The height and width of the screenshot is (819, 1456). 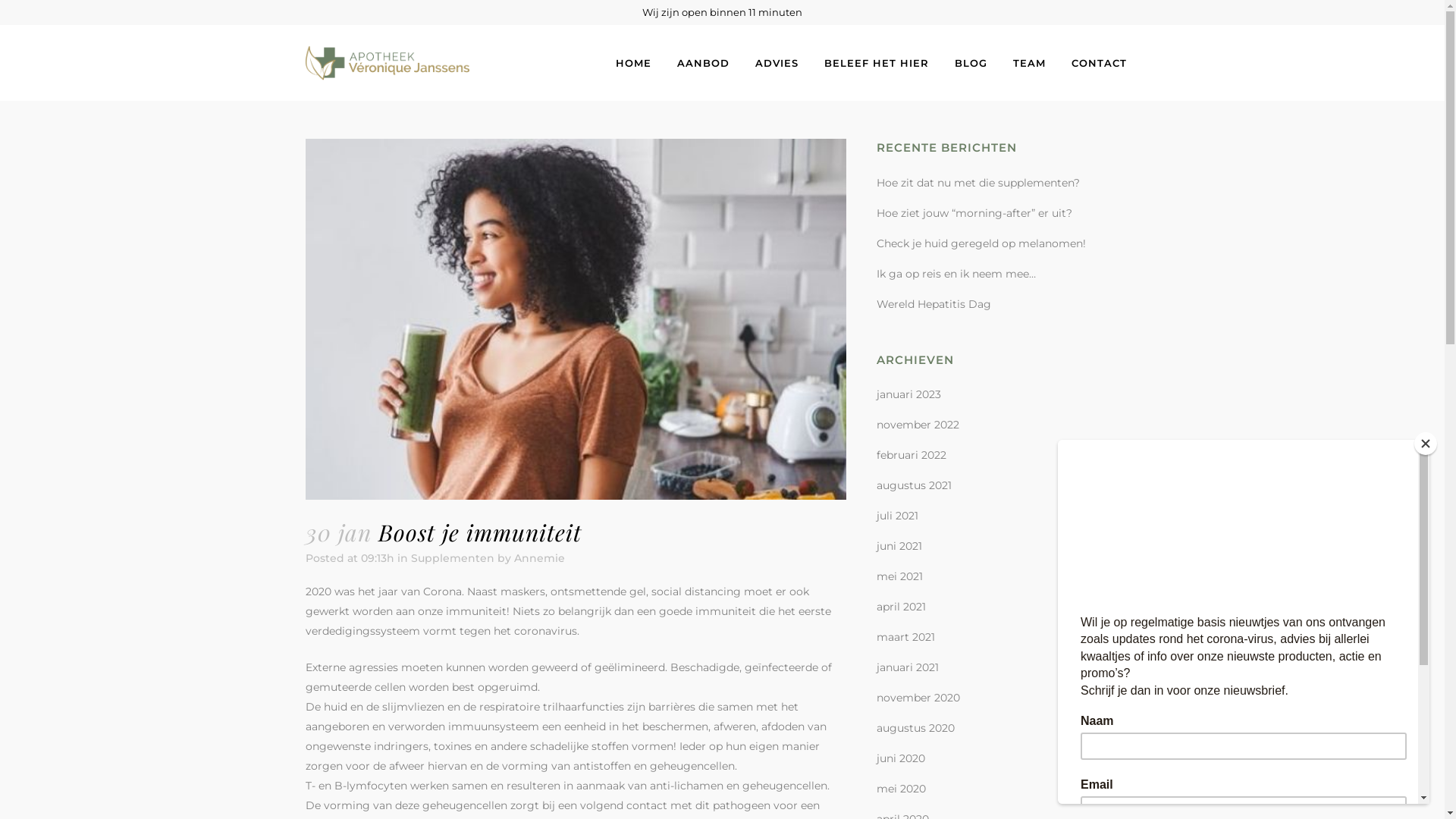 I want to click on 'TEAM', so click(x=1028, y=62).